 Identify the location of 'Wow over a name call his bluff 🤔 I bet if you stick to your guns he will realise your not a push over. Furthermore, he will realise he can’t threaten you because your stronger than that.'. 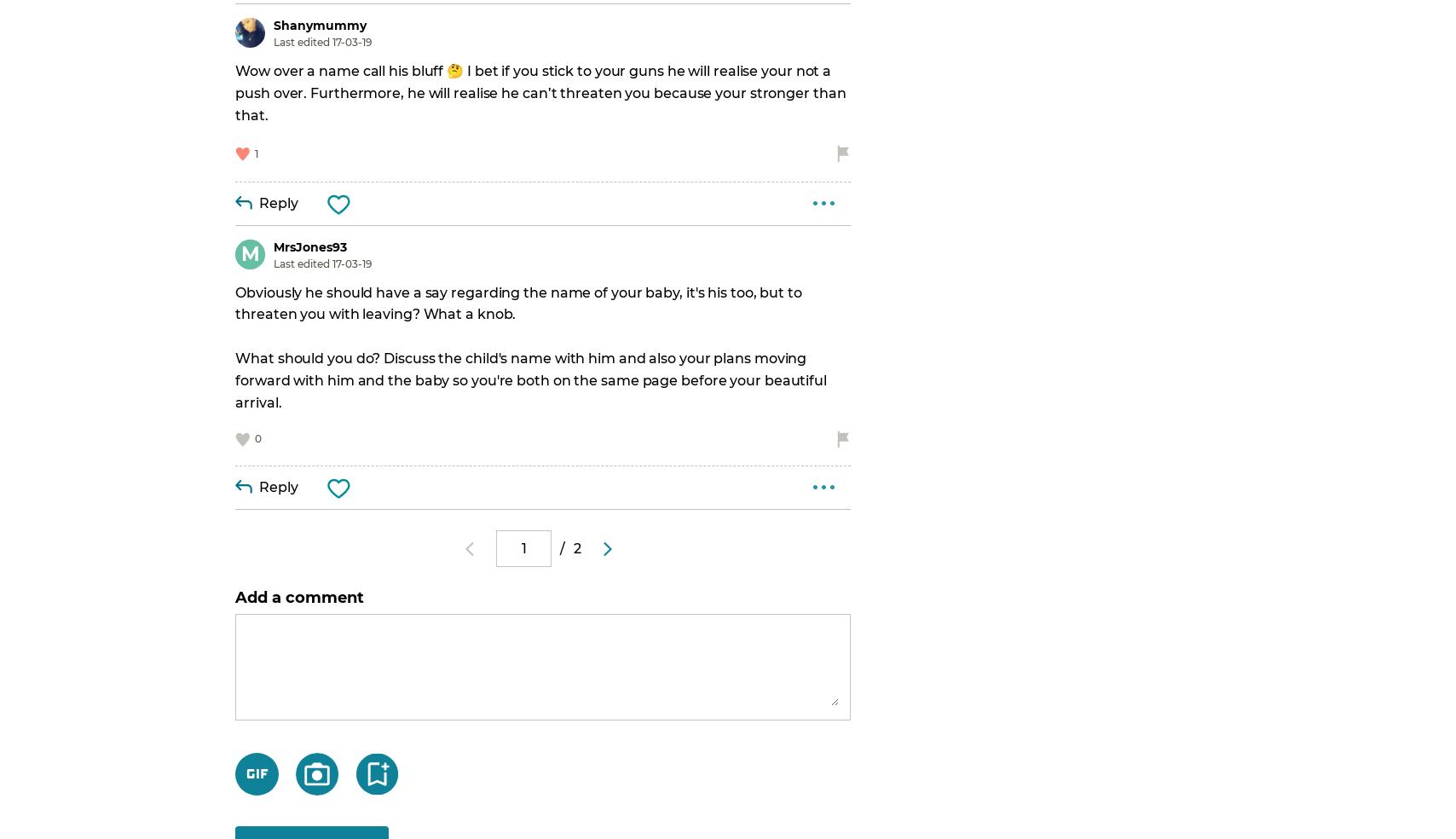
(542, 91).